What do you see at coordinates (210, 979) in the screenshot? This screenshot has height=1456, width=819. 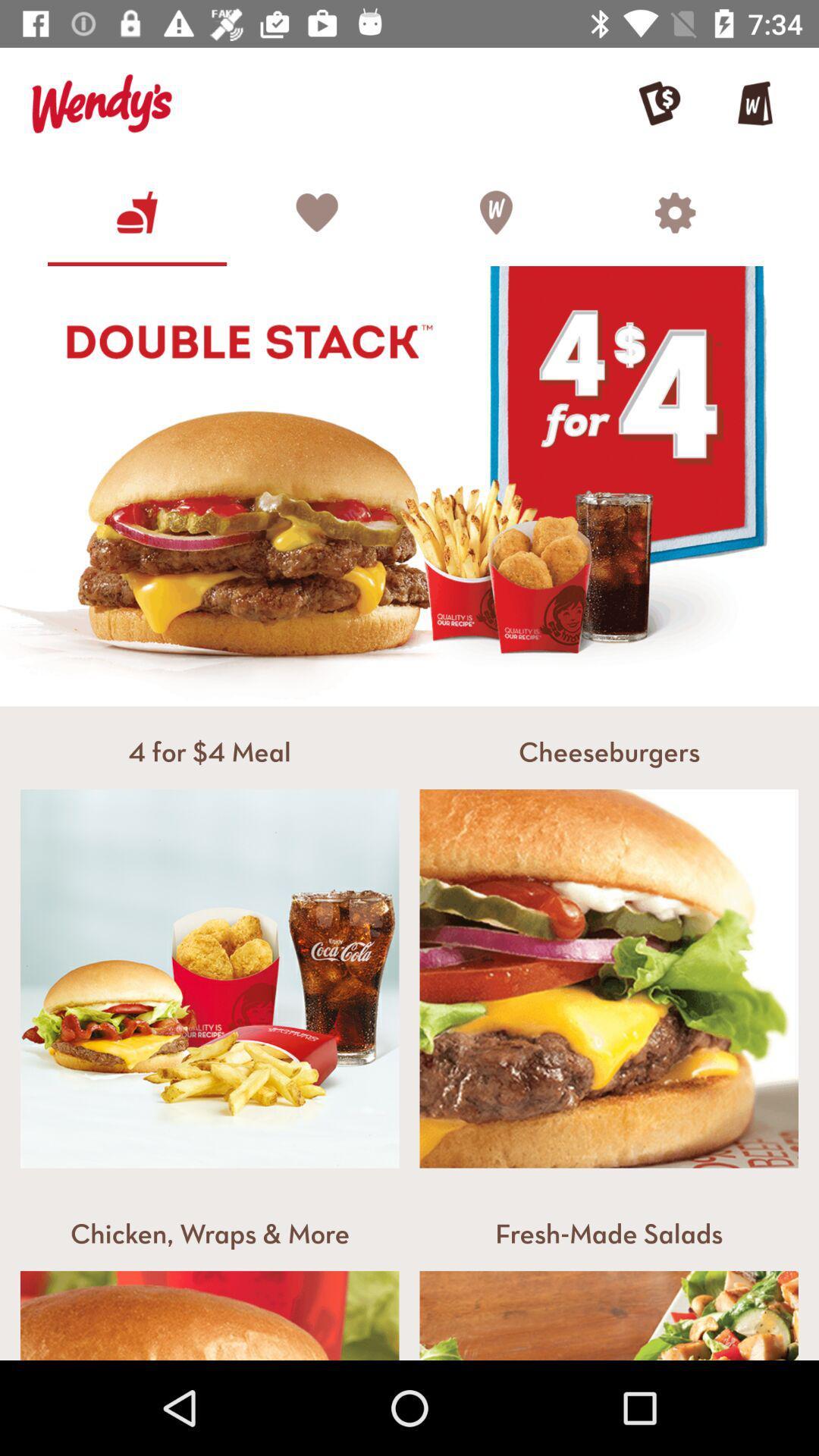 I see `the image below the text 4 for 4 meal` at bounding box center [210, 979].